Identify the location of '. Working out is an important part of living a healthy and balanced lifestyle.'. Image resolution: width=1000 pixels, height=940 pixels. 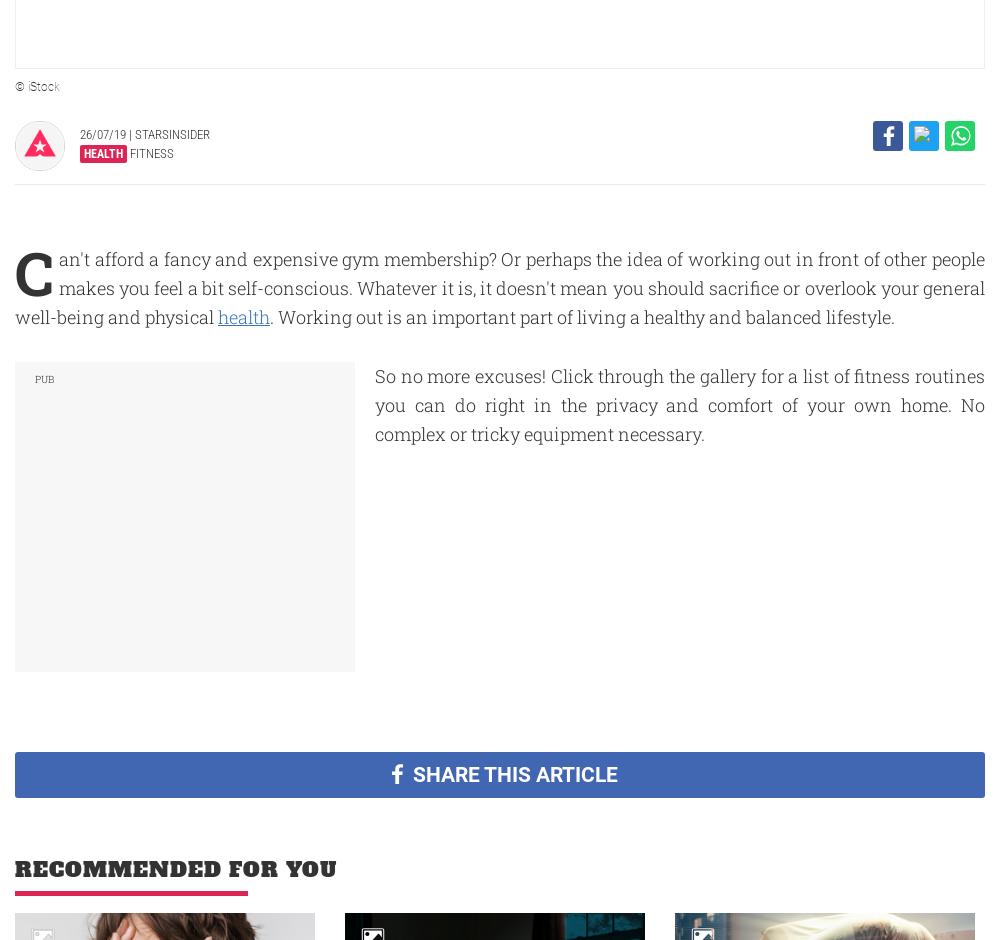
(583, 316).